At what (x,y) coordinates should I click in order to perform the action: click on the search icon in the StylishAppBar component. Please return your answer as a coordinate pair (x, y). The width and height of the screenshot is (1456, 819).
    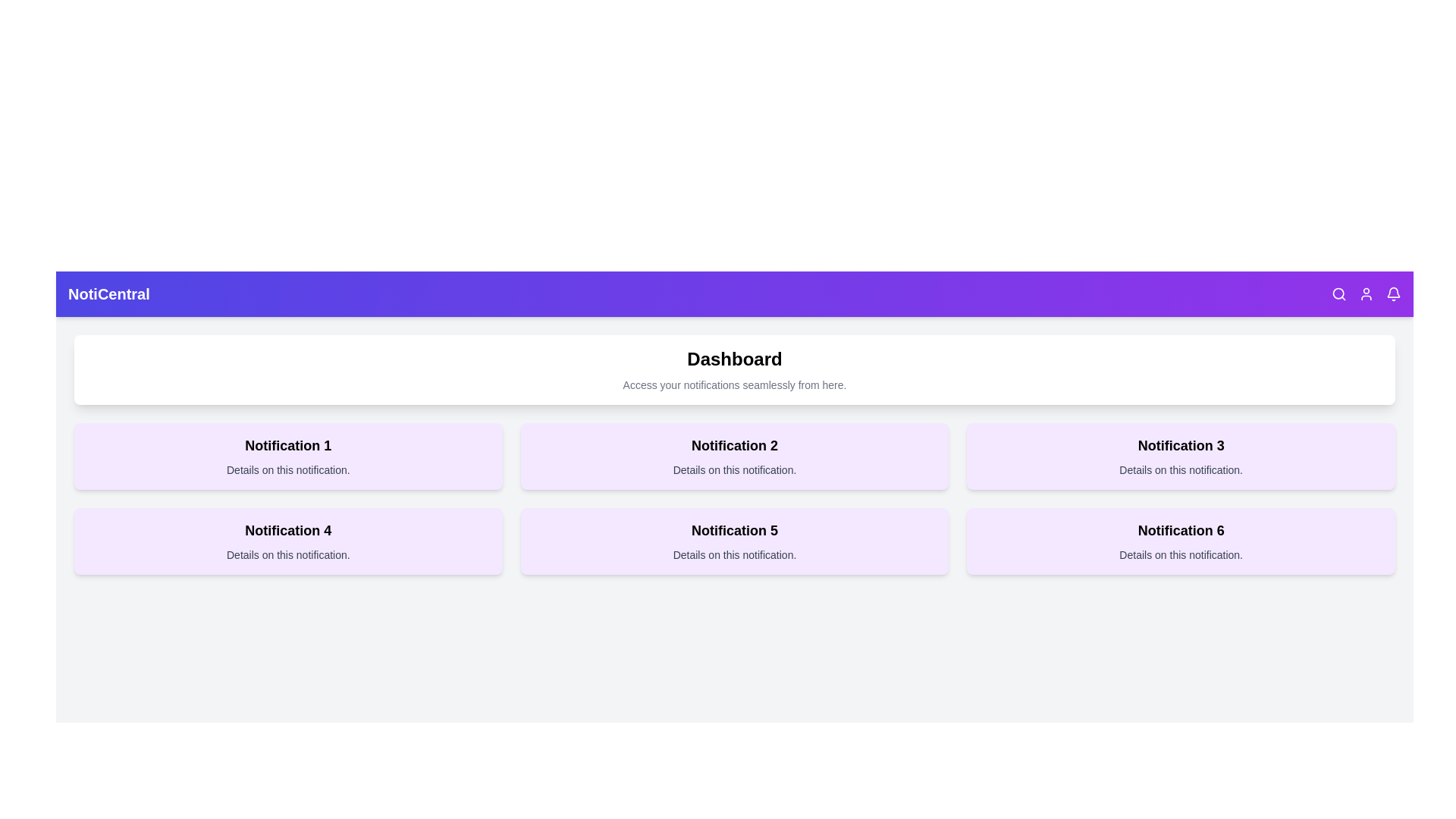
    Looking at the image, I should click on (1339, 294).